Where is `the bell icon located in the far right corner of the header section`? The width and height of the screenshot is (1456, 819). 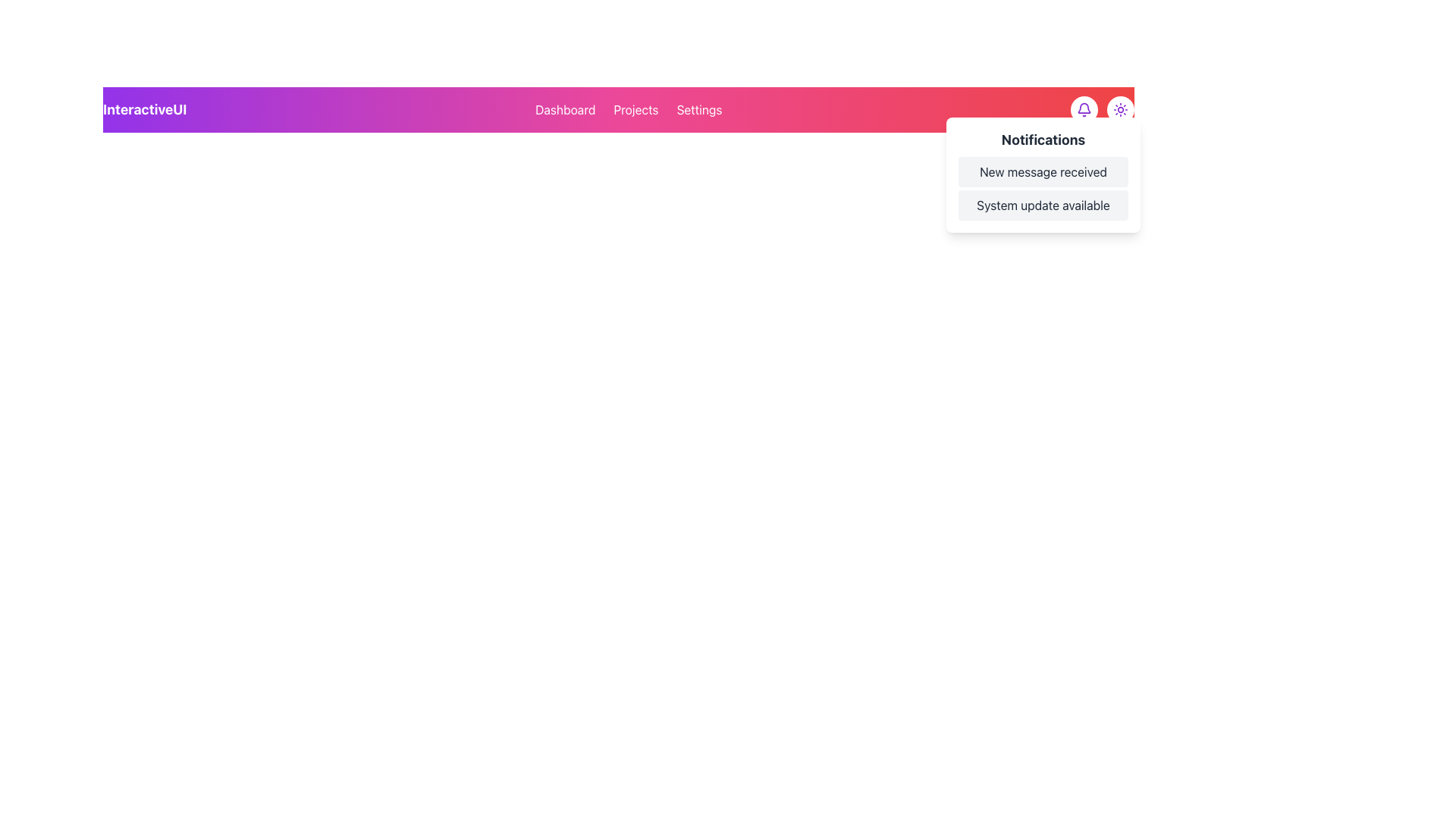
the bell icon located in the far right corner of the header section is located at coordinates (1103, 109).